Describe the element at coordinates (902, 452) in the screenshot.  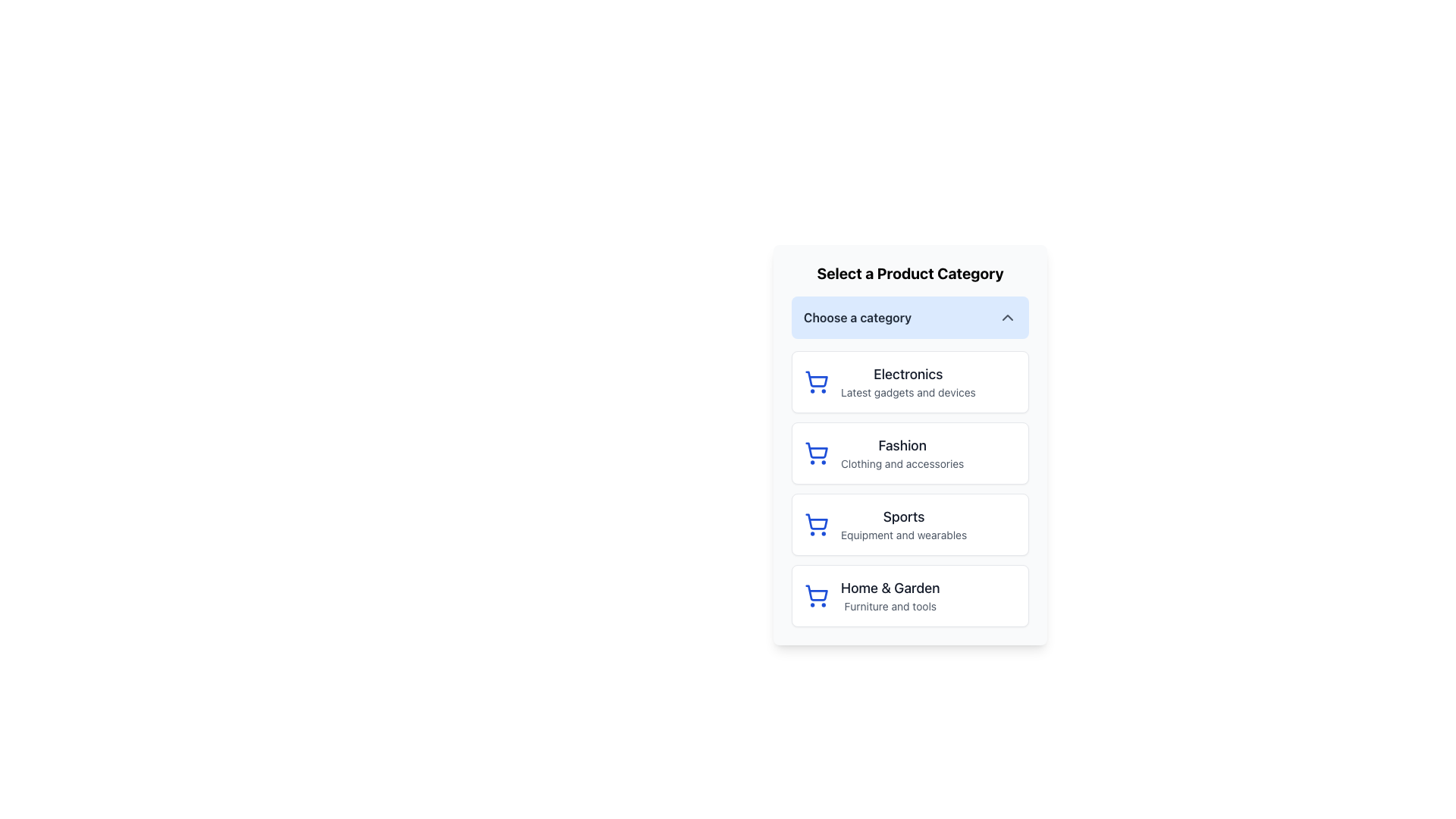
I see `the 'Fashion' text label, which is the second item in the vertical list of product categories` at that location.